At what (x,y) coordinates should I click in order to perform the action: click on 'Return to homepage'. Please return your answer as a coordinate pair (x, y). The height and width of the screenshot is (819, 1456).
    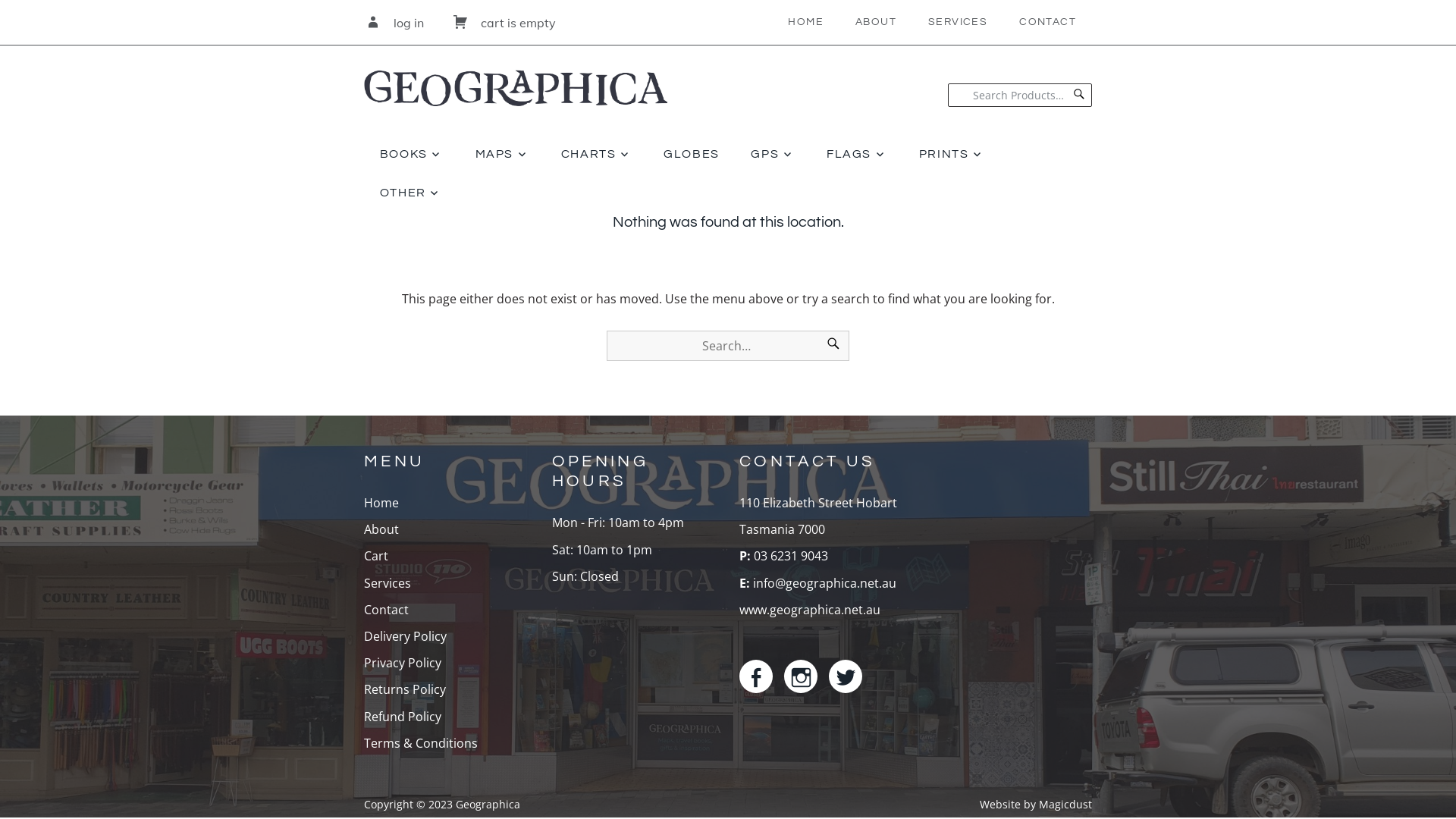
    Looking at the image, I should click on (516, 76).